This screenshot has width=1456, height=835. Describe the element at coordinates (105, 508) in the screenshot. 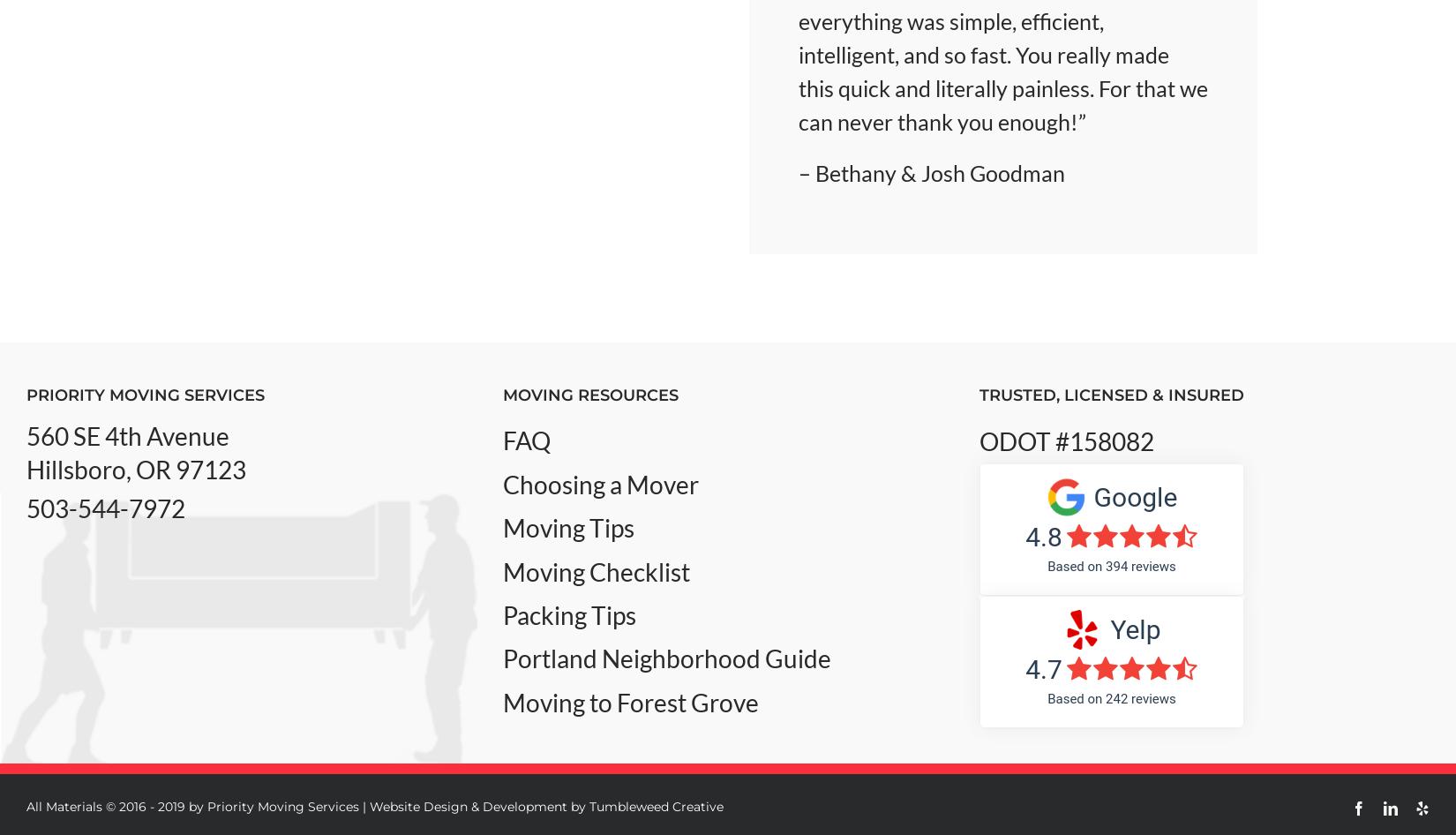

I see `'503-544-7972'` at that location.